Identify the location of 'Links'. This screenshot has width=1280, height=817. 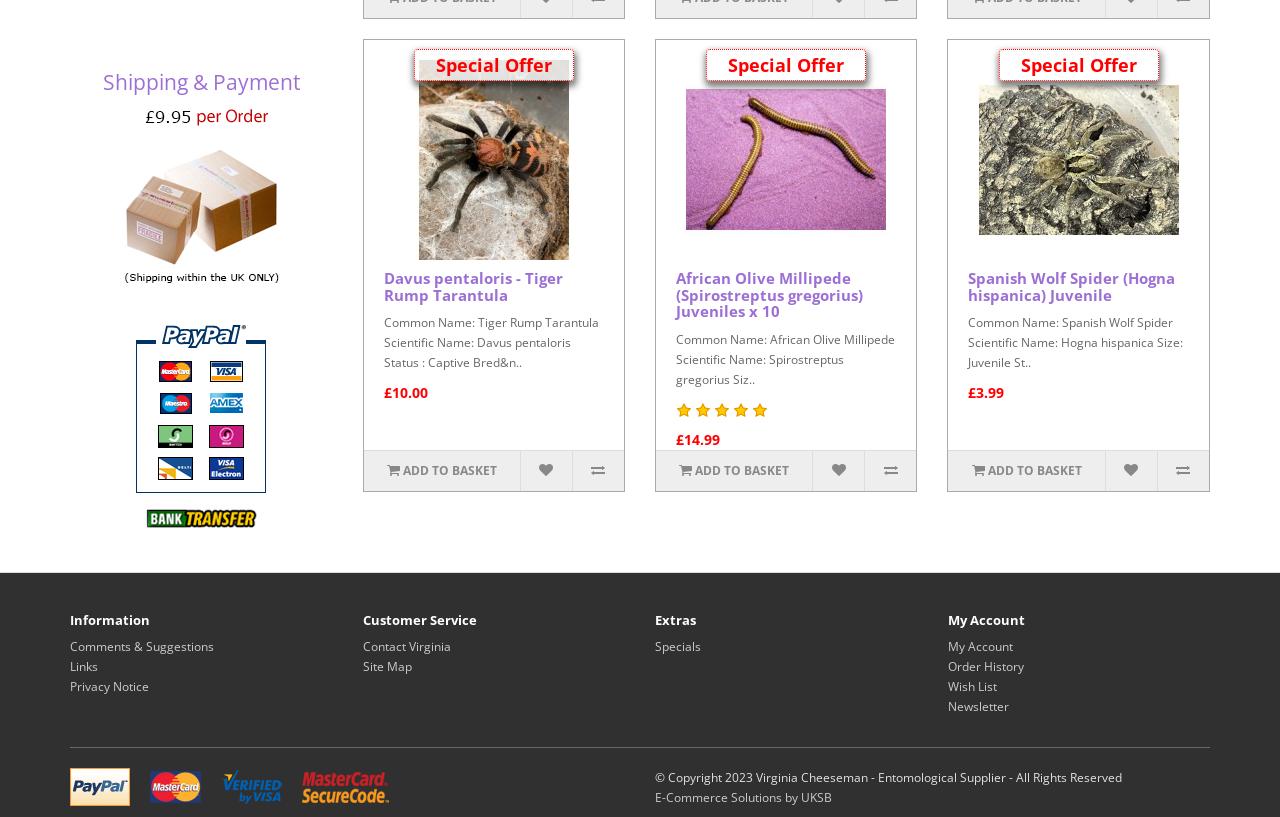
(82, 665).